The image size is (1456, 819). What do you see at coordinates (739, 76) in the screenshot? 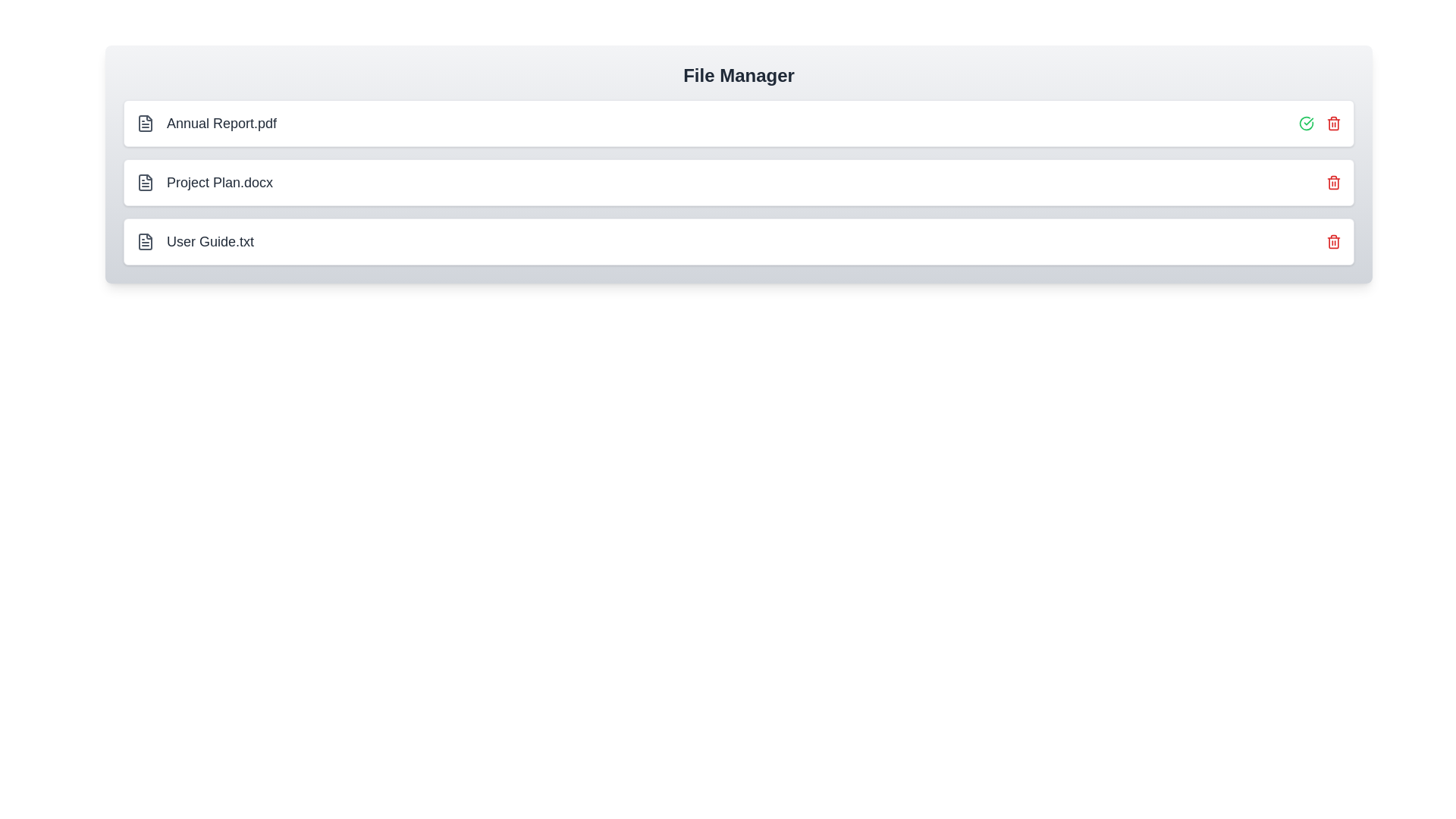
I see `text of the header label located at the top of the file management panel, which describes the panel's functionality` at bounding box center [739, 76].